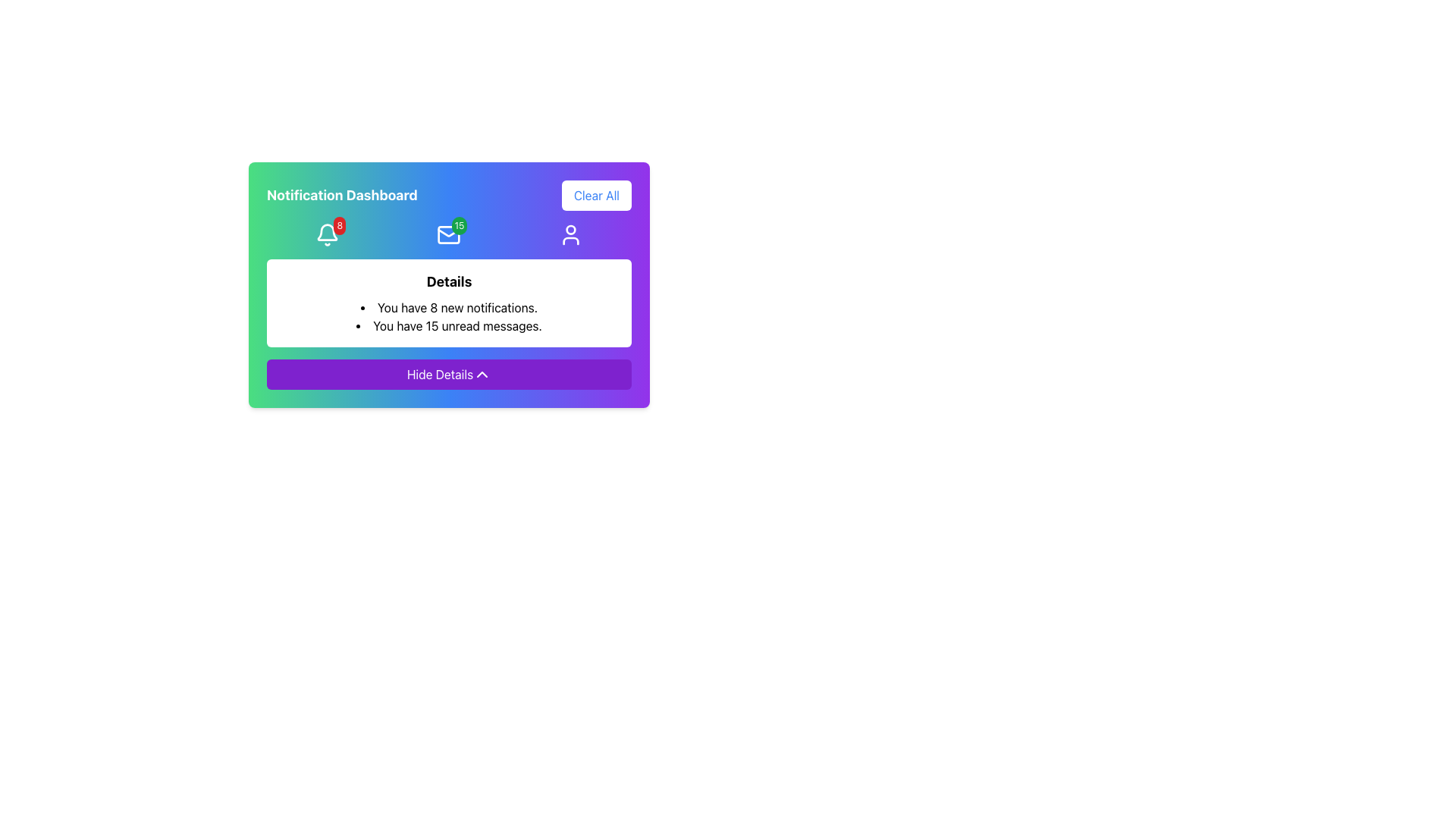 This screenshot has width=1456, height=819. I want to click on the static text element that reads 'You have 15 unread messages.', which is the second entry in the unordered list under the 'Details' section on the notification dashboard, so click(448, 325).